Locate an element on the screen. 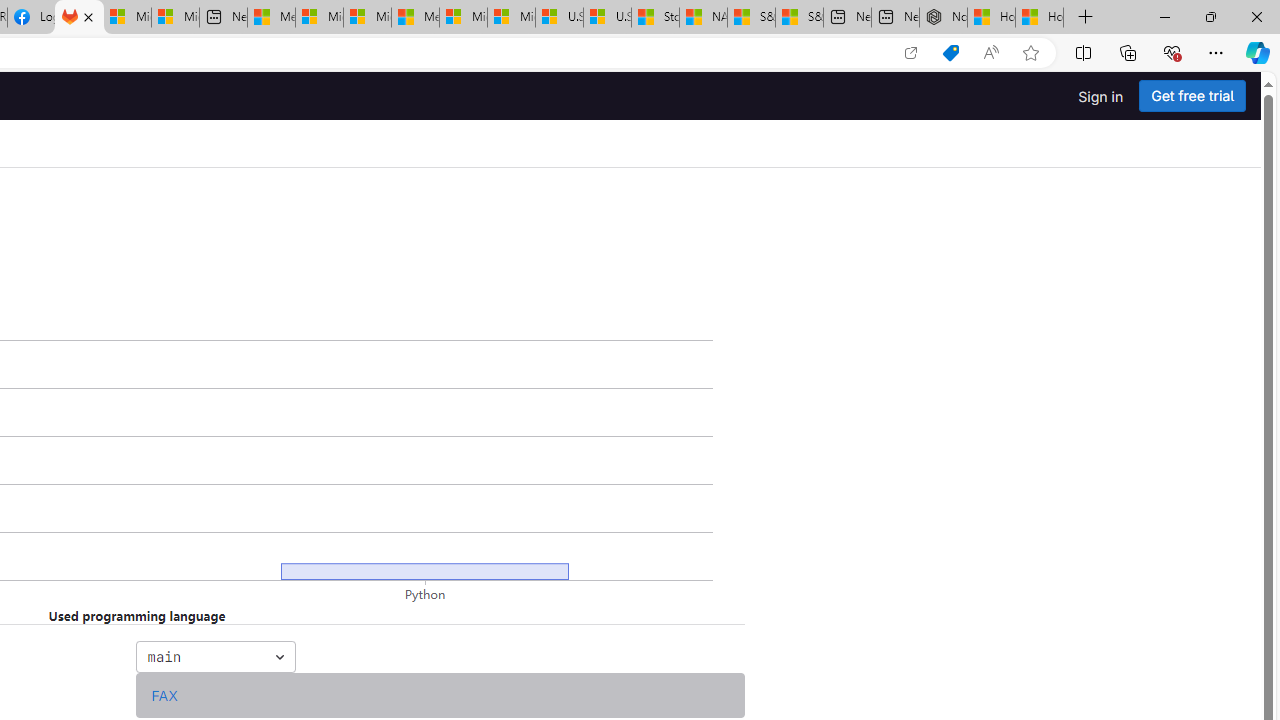 This screenshot has width=1280, height=720. 'Sign in' is located at coordinates (1099, 96).